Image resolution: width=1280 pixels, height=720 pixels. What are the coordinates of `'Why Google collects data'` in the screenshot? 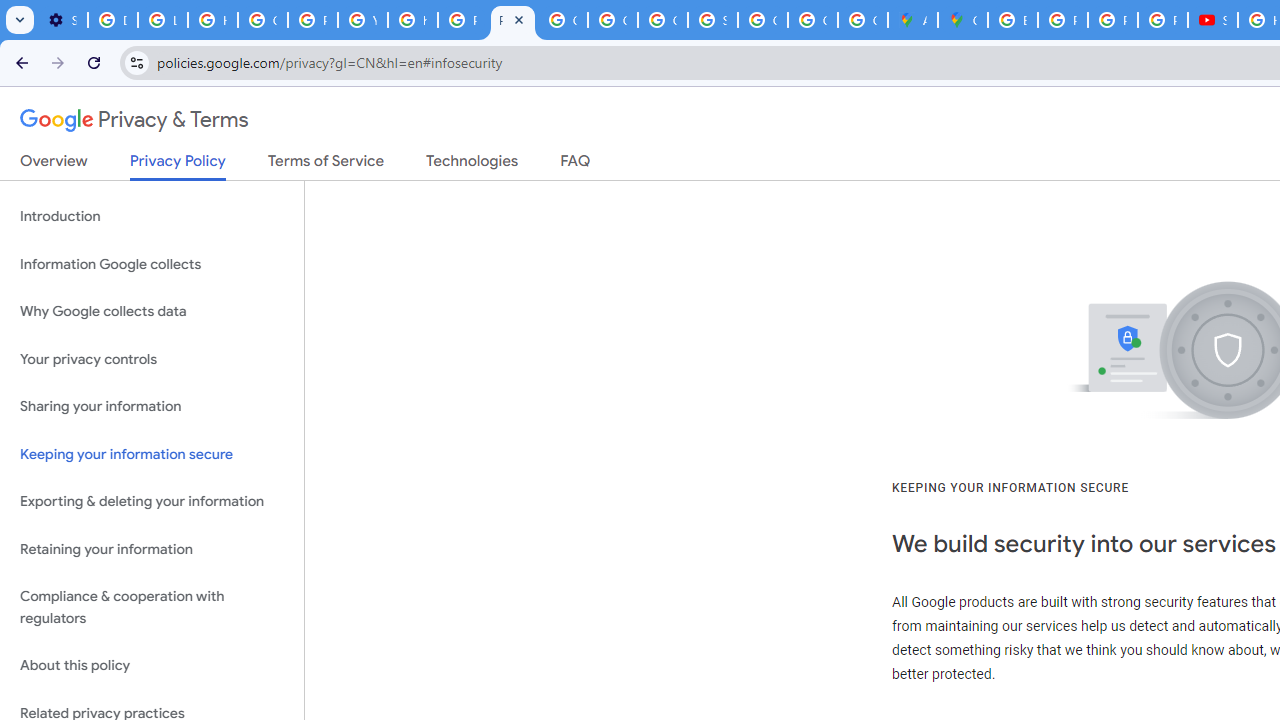 It's located at (151, 312).